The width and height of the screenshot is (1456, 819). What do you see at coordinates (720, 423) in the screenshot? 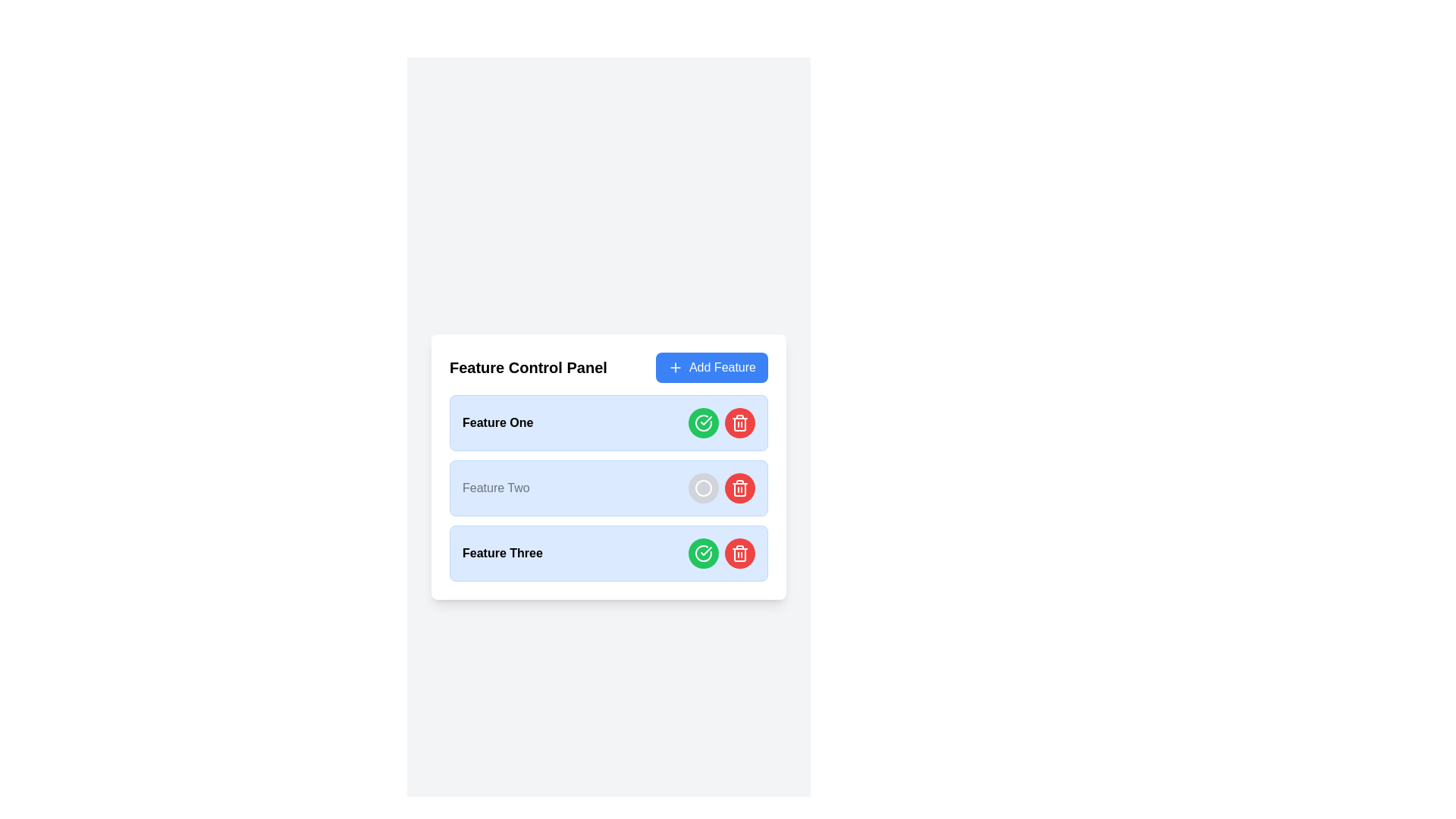
I see `the green circular button with a check icon located in the rightmost segment of the 'Feature One' row to confirm or activate the feature` at bounding box center [720, 423].